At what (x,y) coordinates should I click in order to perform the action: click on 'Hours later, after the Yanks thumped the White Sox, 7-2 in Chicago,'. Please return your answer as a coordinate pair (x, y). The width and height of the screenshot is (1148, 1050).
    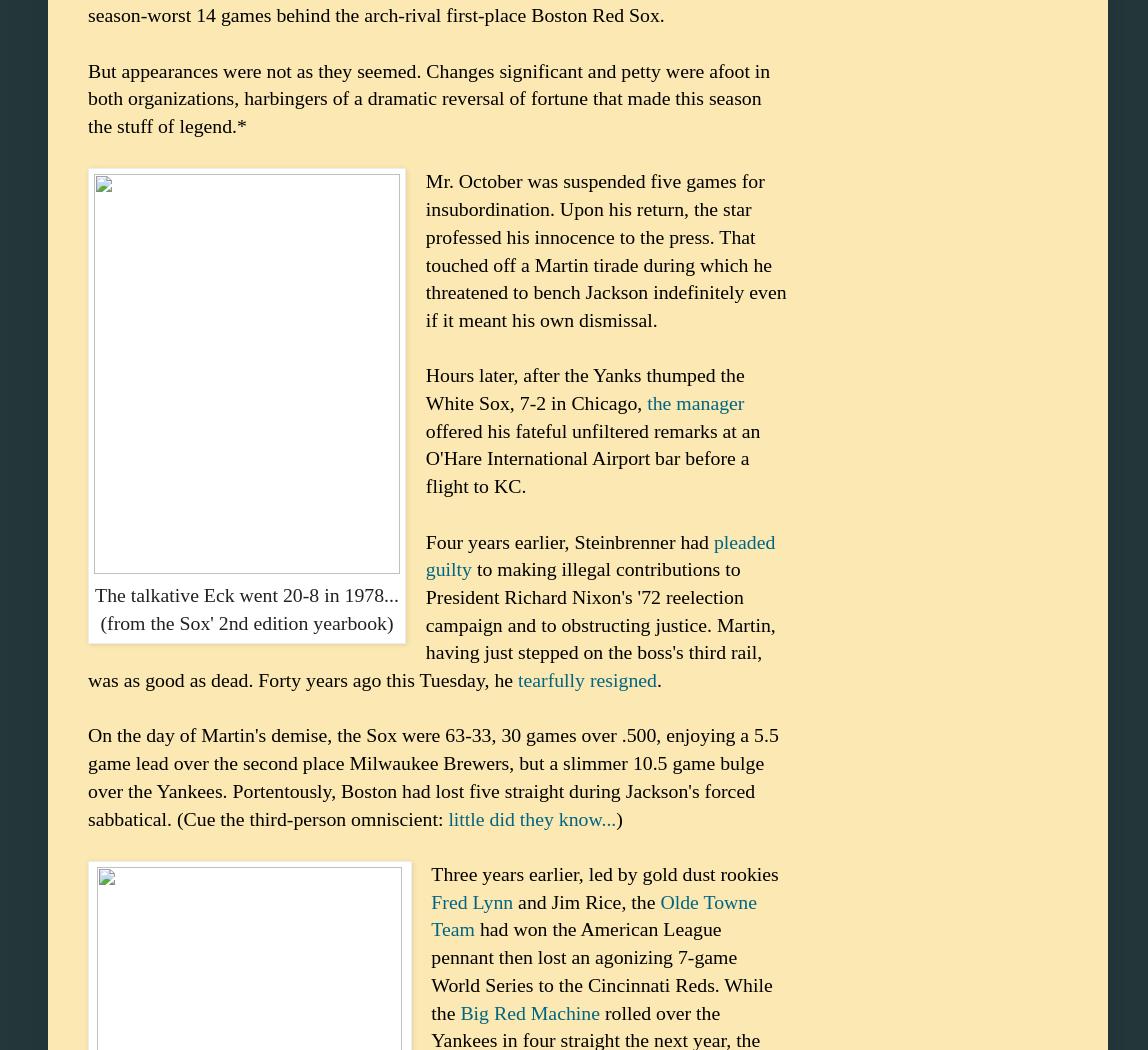
    Looking at the image, I should click on (584, 389).